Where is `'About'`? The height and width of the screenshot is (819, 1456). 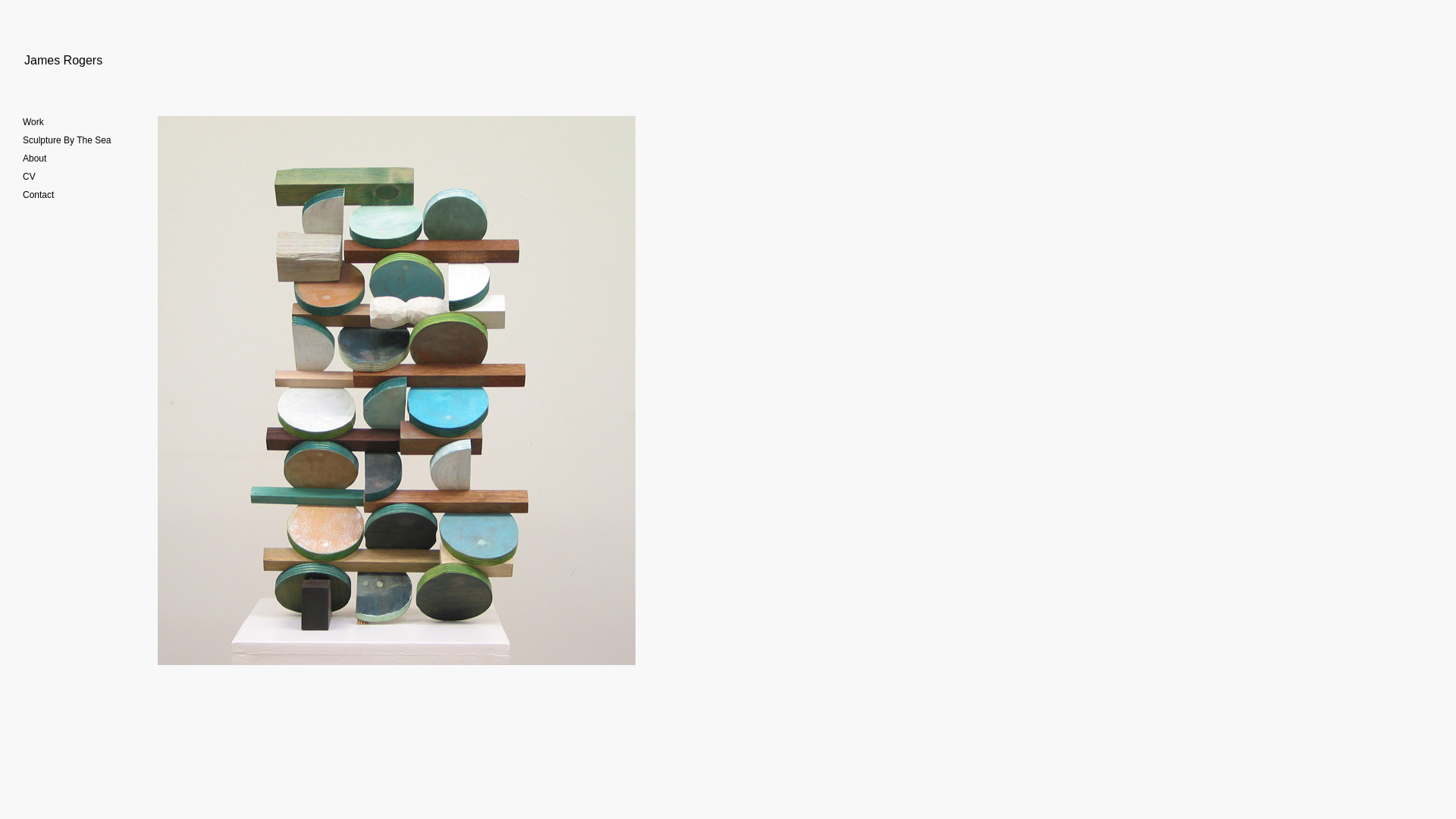
'About' is located at coordinates (34, 158).